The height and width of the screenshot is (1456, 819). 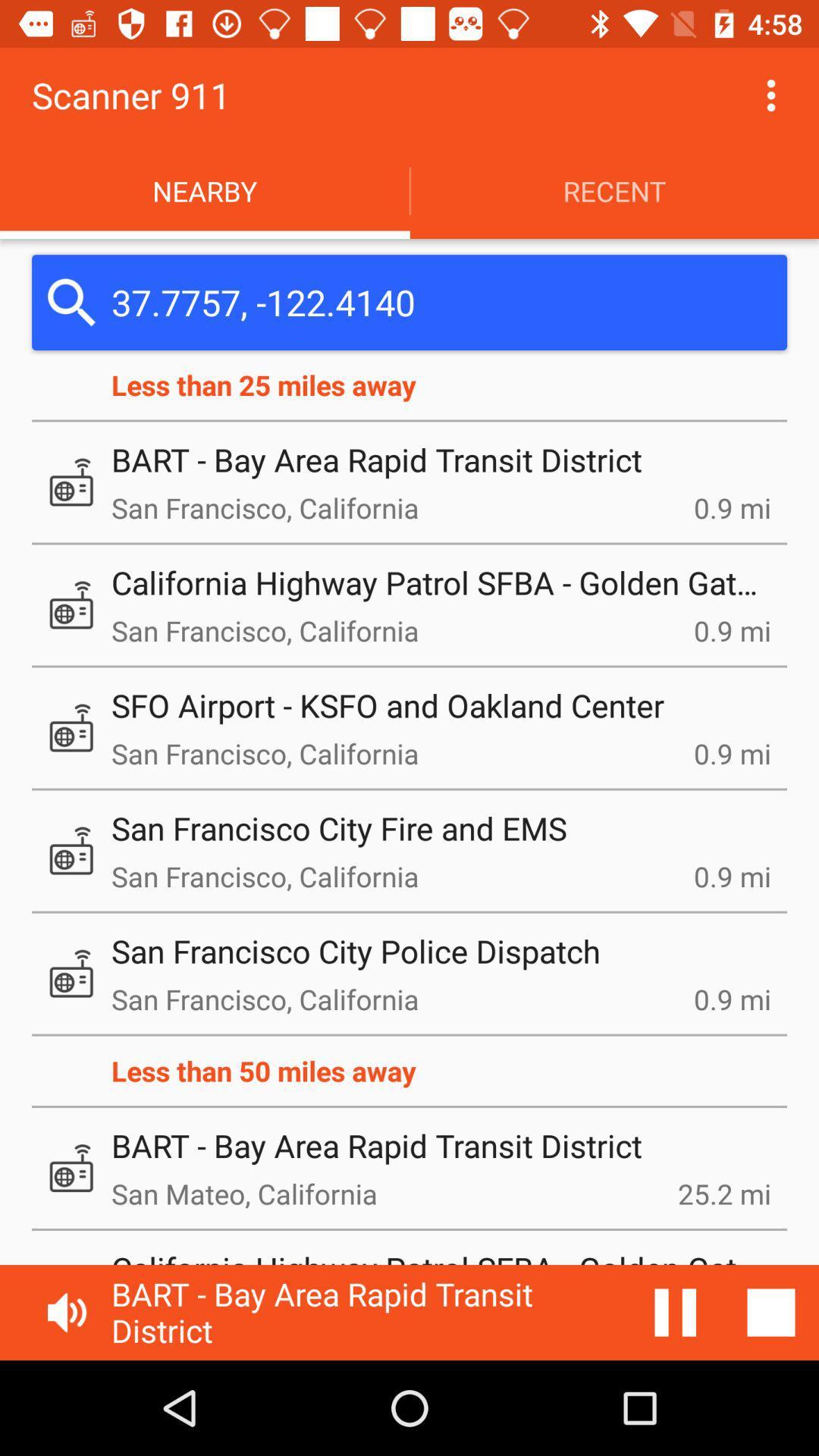 I want to click on pause, so click(x=675, y=1312).